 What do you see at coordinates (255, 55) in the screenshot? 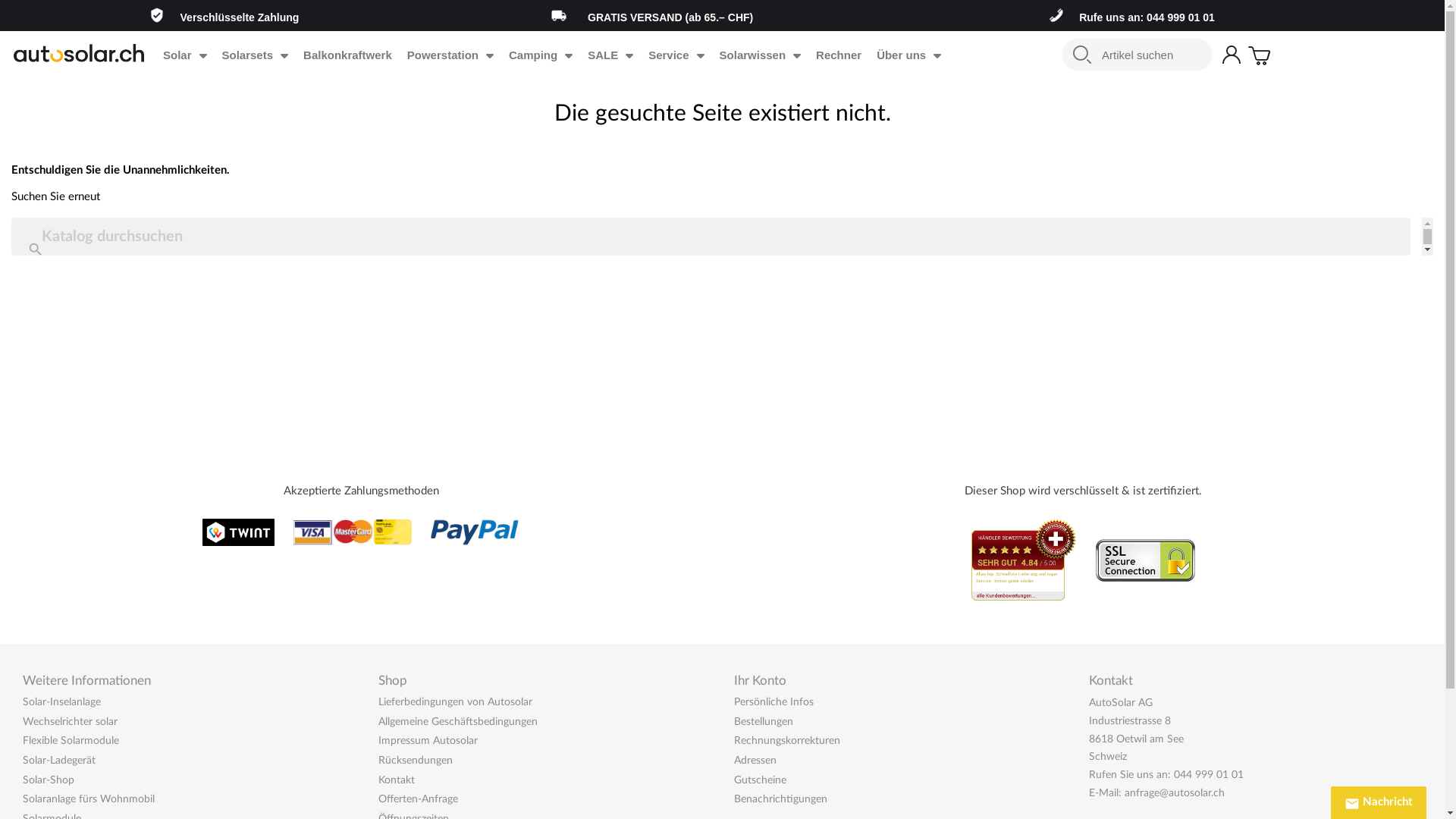
I see `'Solarsets'` at bounding box center [255, 55].